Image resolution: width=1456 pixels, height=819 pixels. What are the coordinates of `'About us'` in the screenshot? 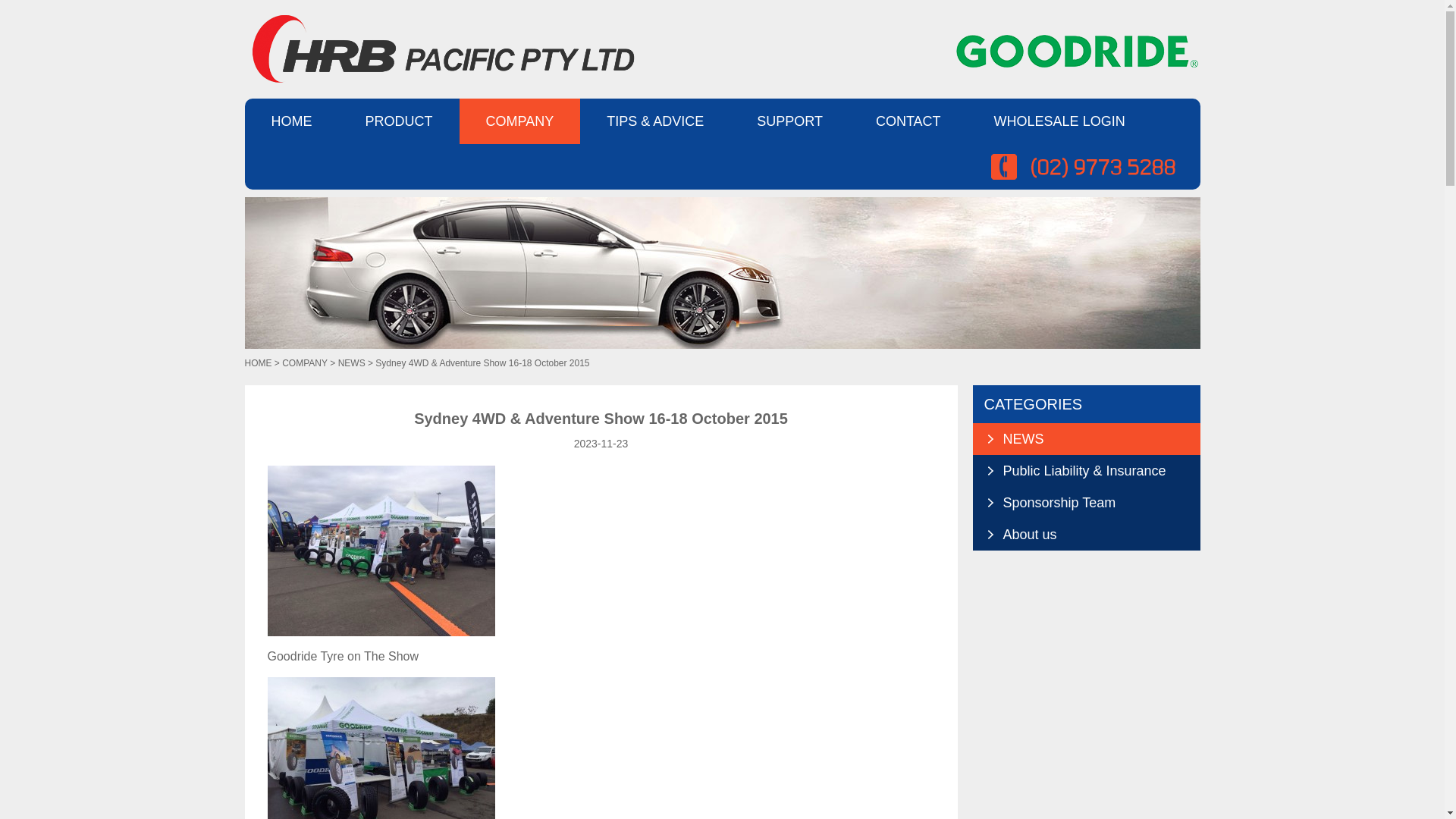 It's located at (994, 534).